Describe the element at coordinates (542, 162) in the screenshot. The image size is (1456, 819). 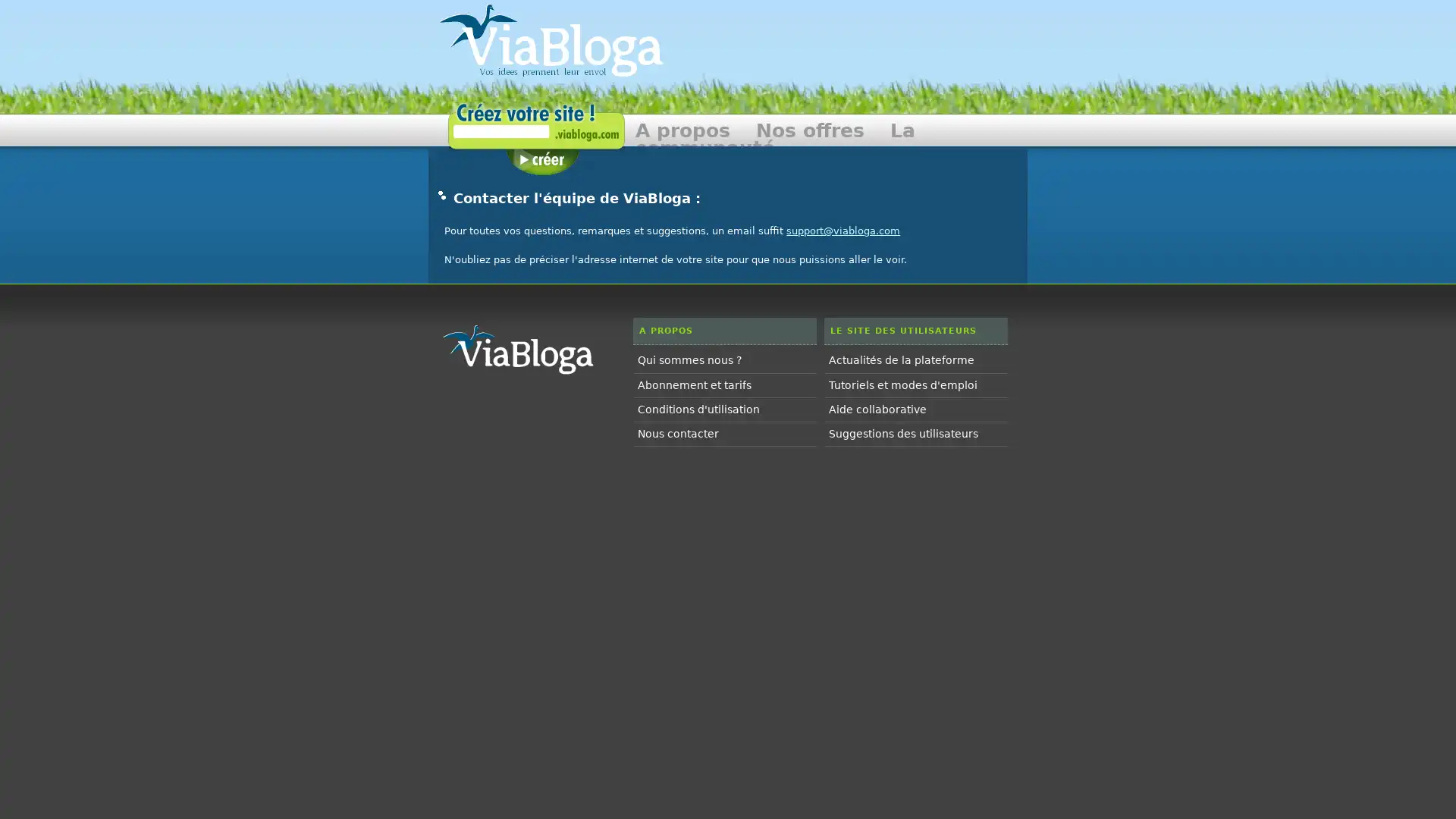
I see `Creer` at that location.